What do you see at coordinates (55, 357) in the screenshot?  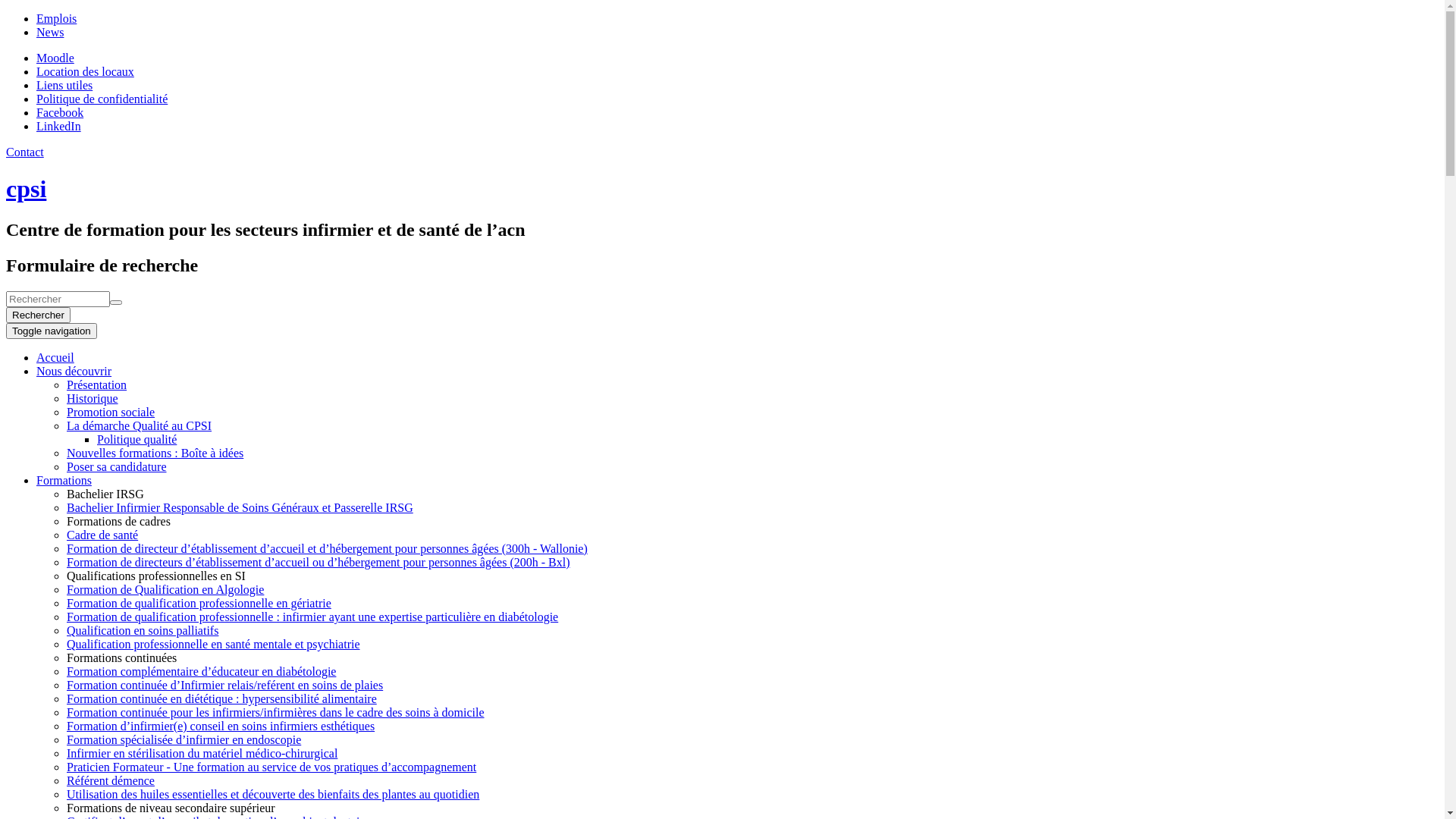 I see `'Accueil'` at bounding box center [55, 357].